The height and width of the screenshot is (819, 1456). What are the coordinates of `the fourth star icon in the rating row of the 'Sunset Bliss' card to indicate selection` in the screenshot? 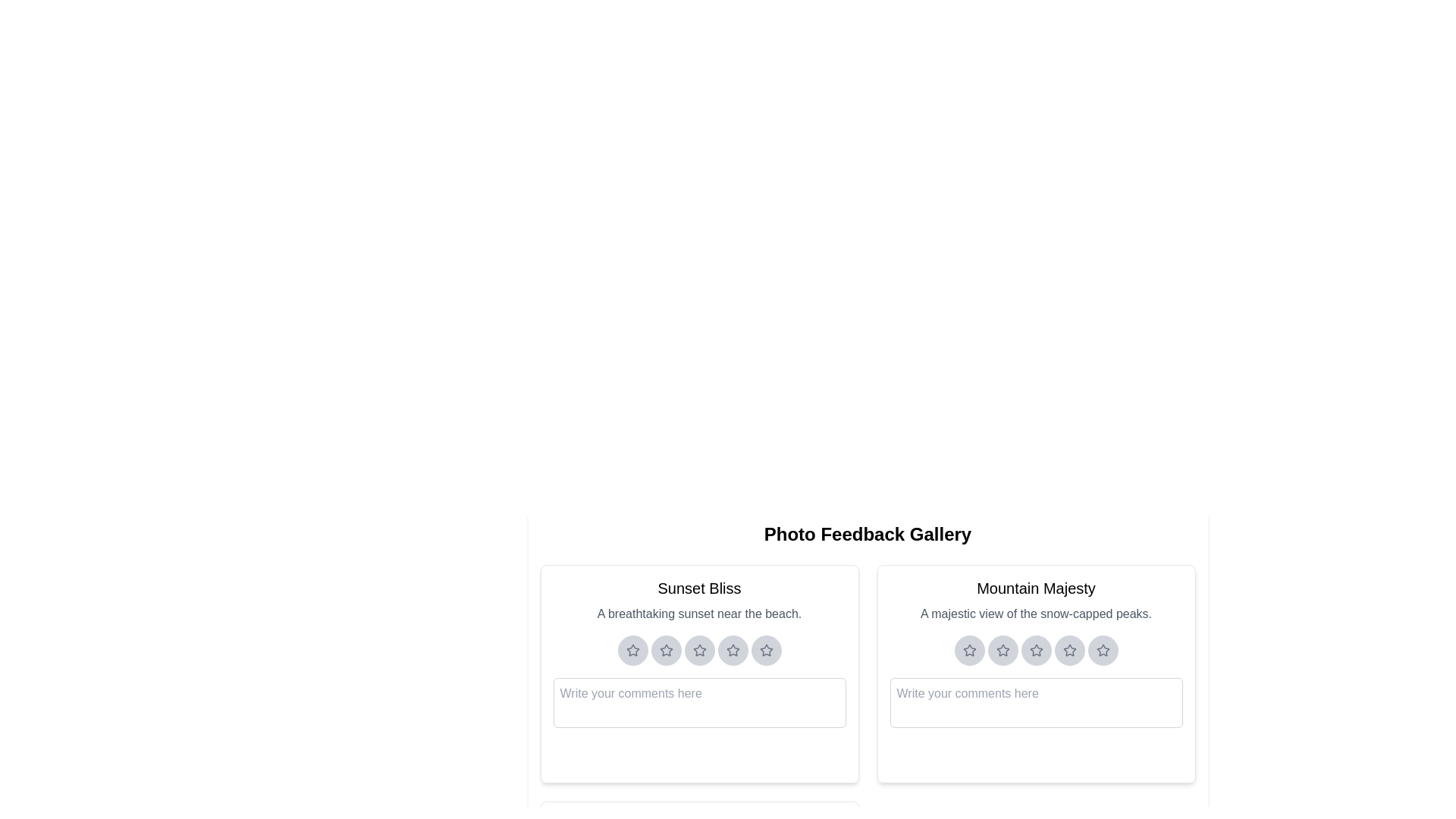 It's located at (733, 649).